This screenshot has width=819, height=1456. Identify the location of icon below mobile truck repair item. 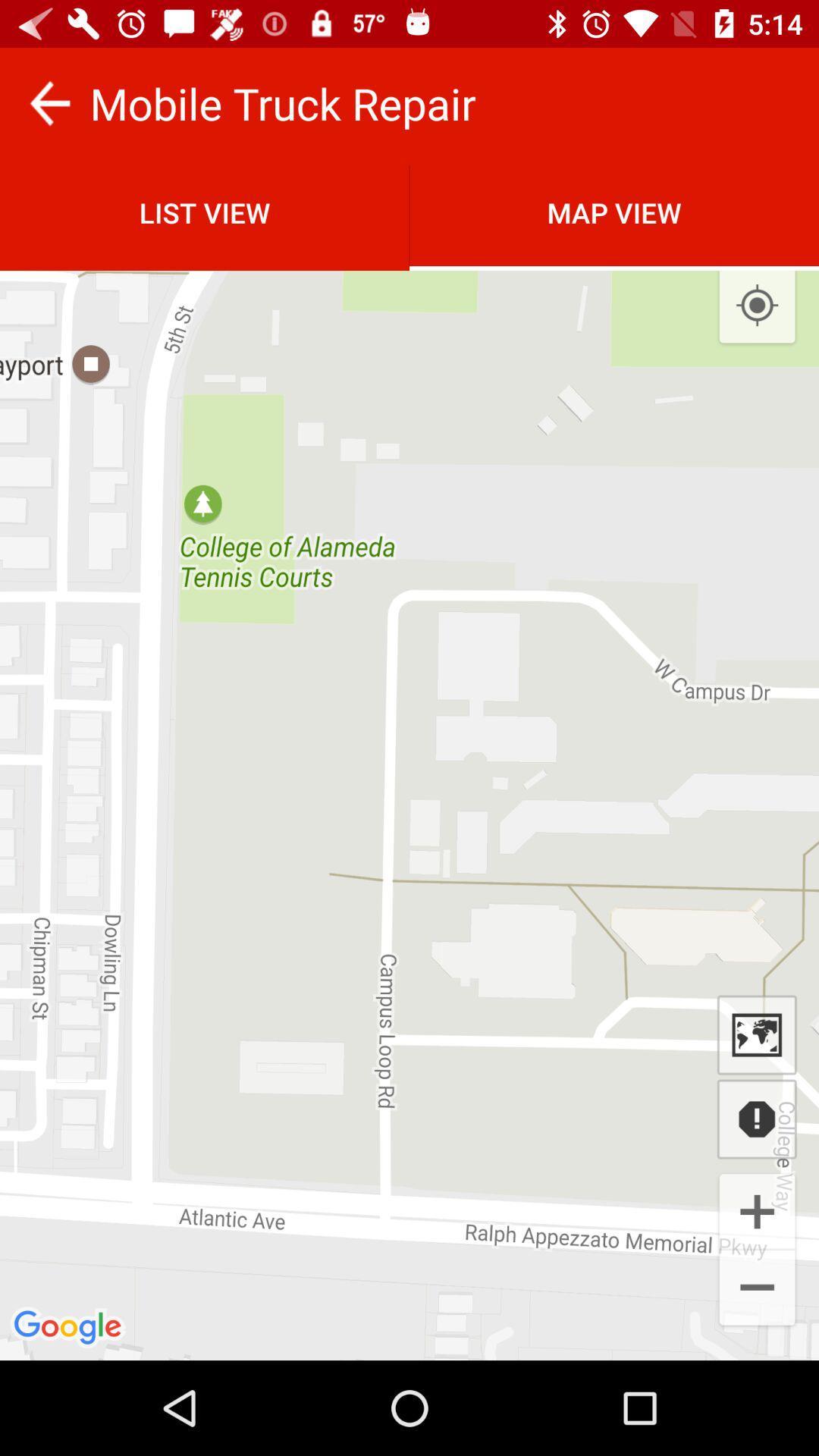
(614, 212).